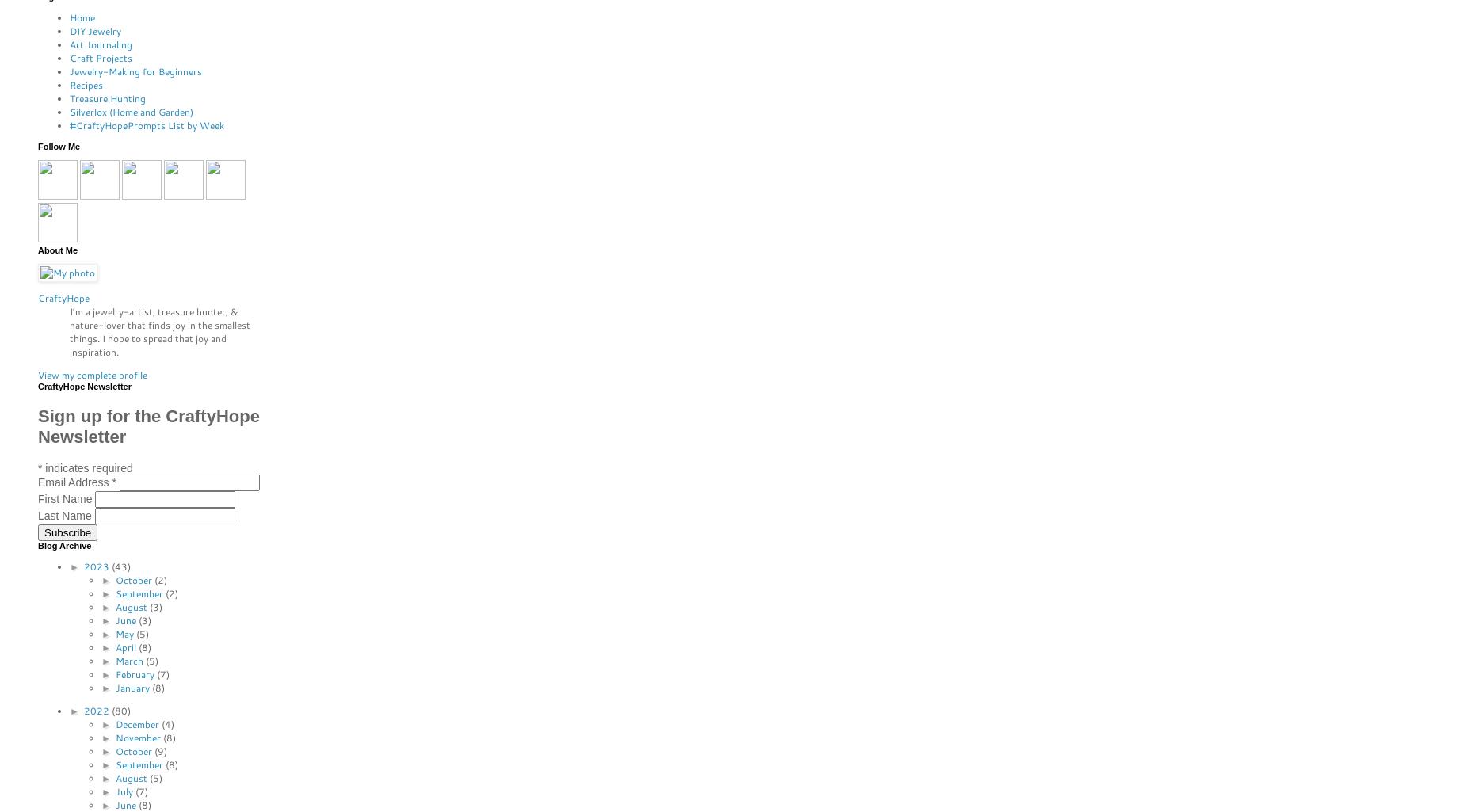 This screenshot has height=812, width=1472. What do you see at coordinates (132, 687) in the screenshot?
I see `'January'` at bounding box center [132, 687].